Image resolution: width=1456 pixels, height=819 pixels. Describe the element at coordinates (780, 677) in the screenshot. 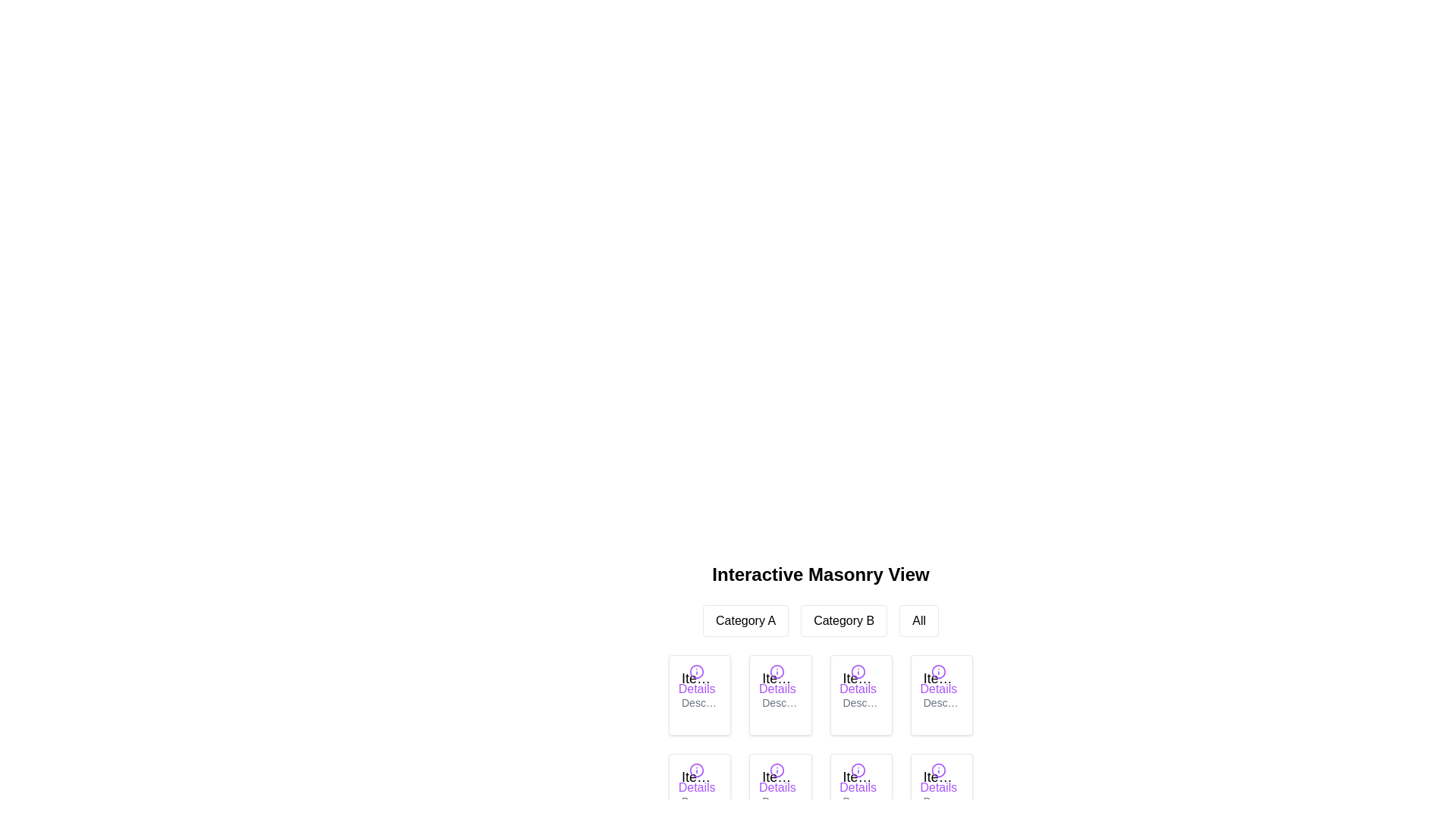

I see `the primary label text located in the upper section of the second card in the grid arrangement, which helps users identify its content` at that location.